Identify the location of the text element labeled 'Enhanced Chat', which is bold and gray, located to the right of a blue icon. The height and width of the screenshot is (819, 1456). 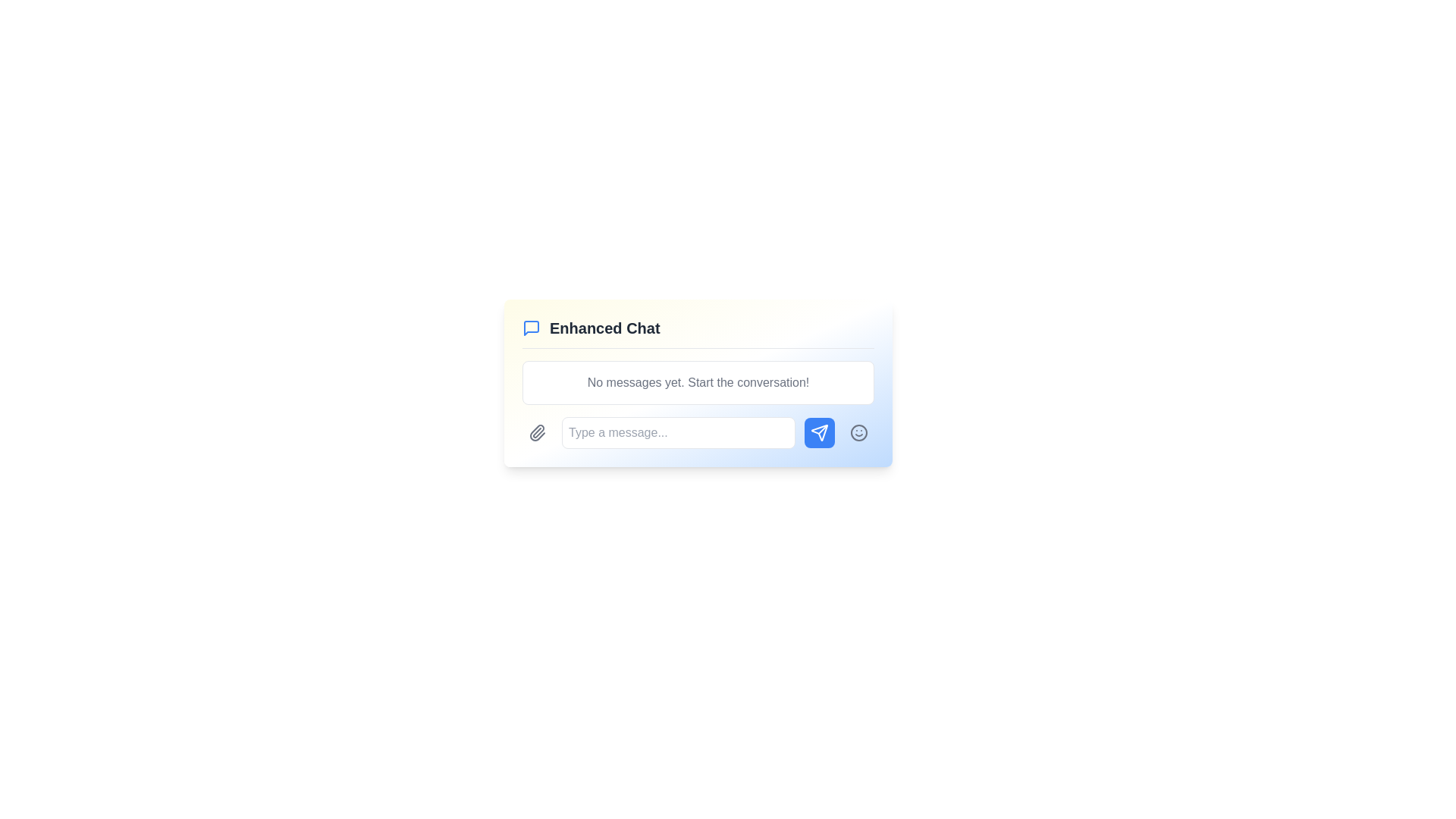
(604, 327).